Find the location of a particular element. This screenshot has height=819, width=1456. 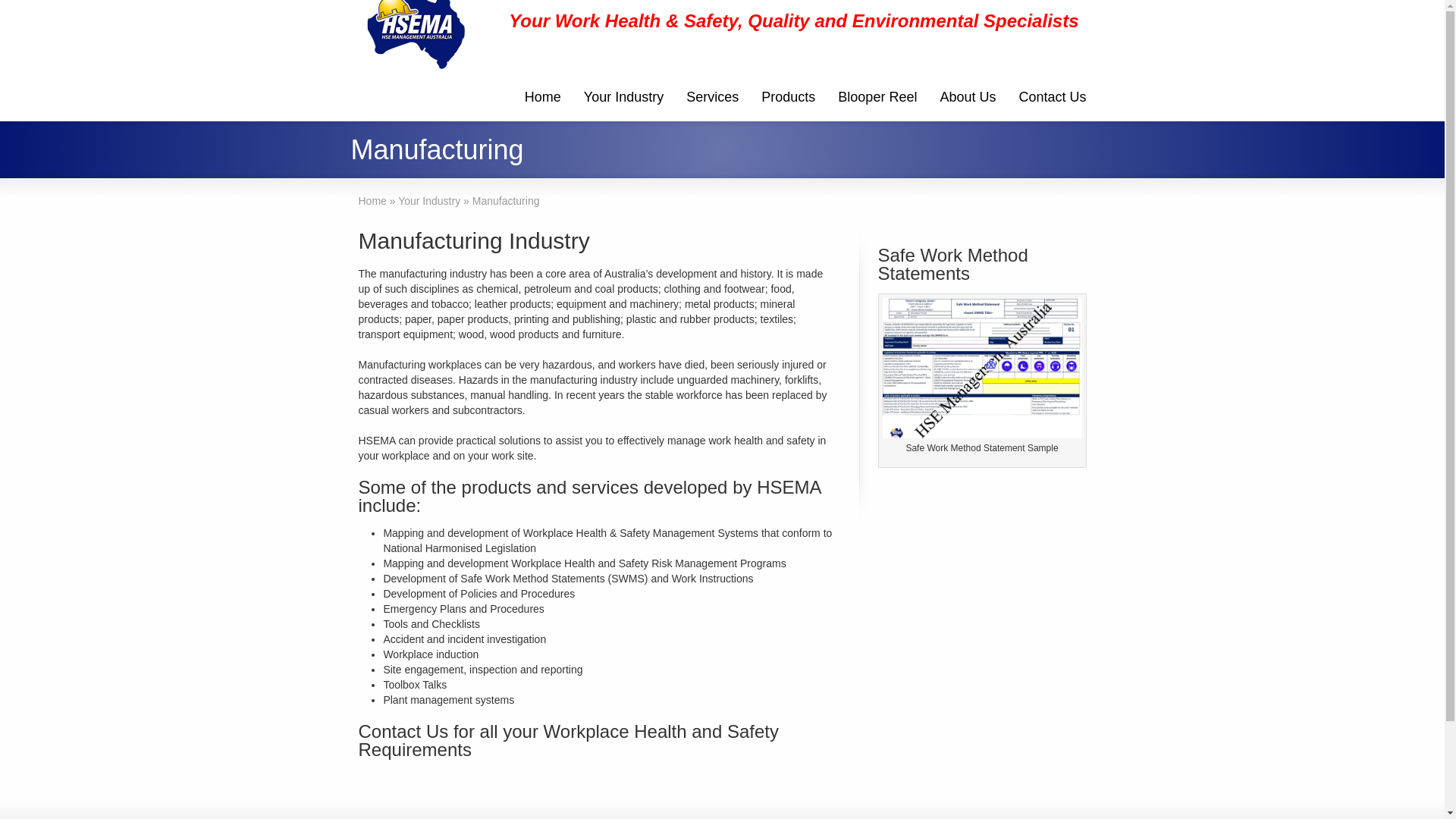

'Blooper Reel' is located at coordinates (877, 99).